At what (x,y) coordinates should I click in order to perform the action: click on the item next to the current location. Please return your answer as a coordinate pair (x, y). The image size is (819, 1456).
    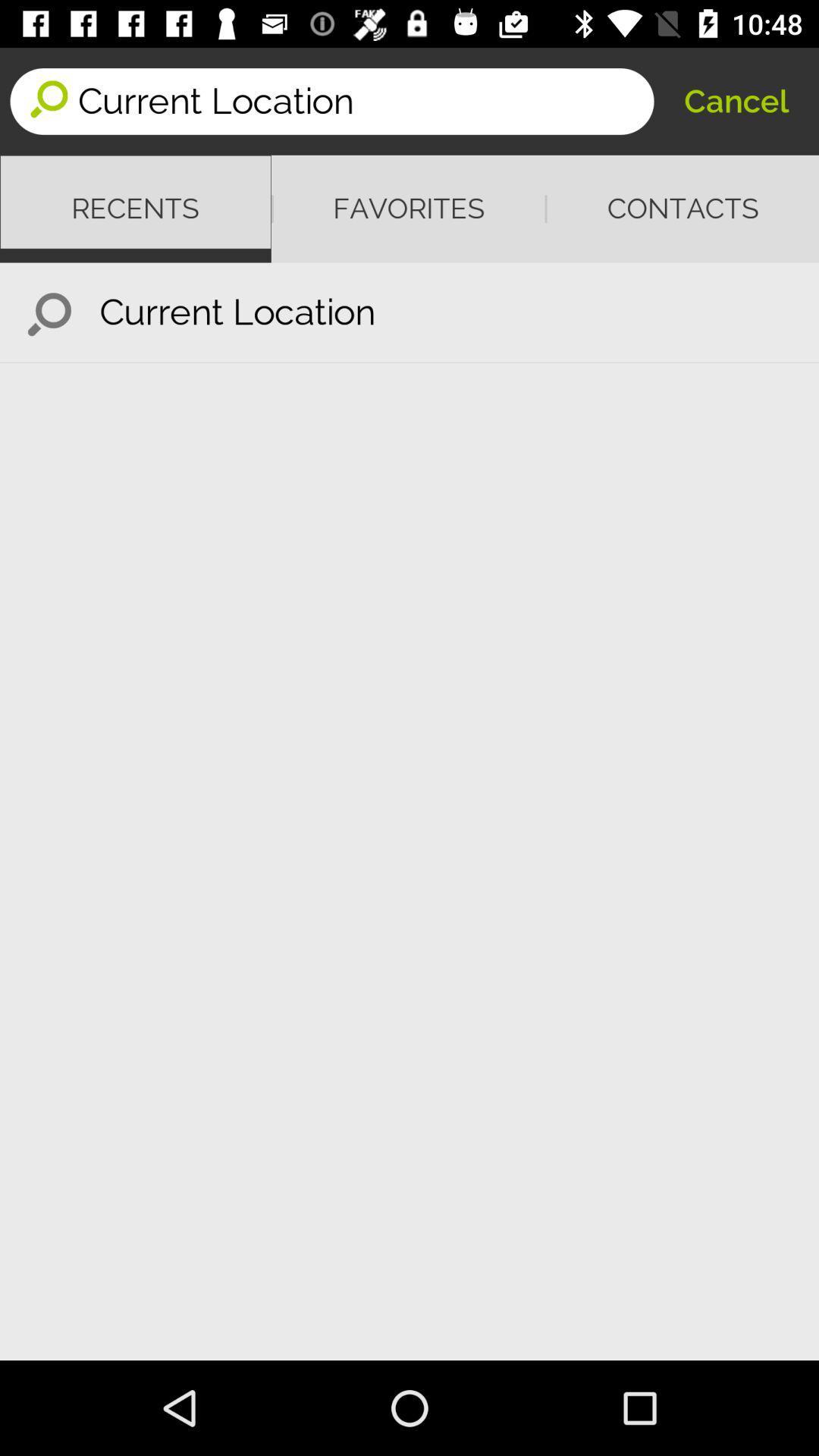
    Looking at the image, I should click on (736, 100).